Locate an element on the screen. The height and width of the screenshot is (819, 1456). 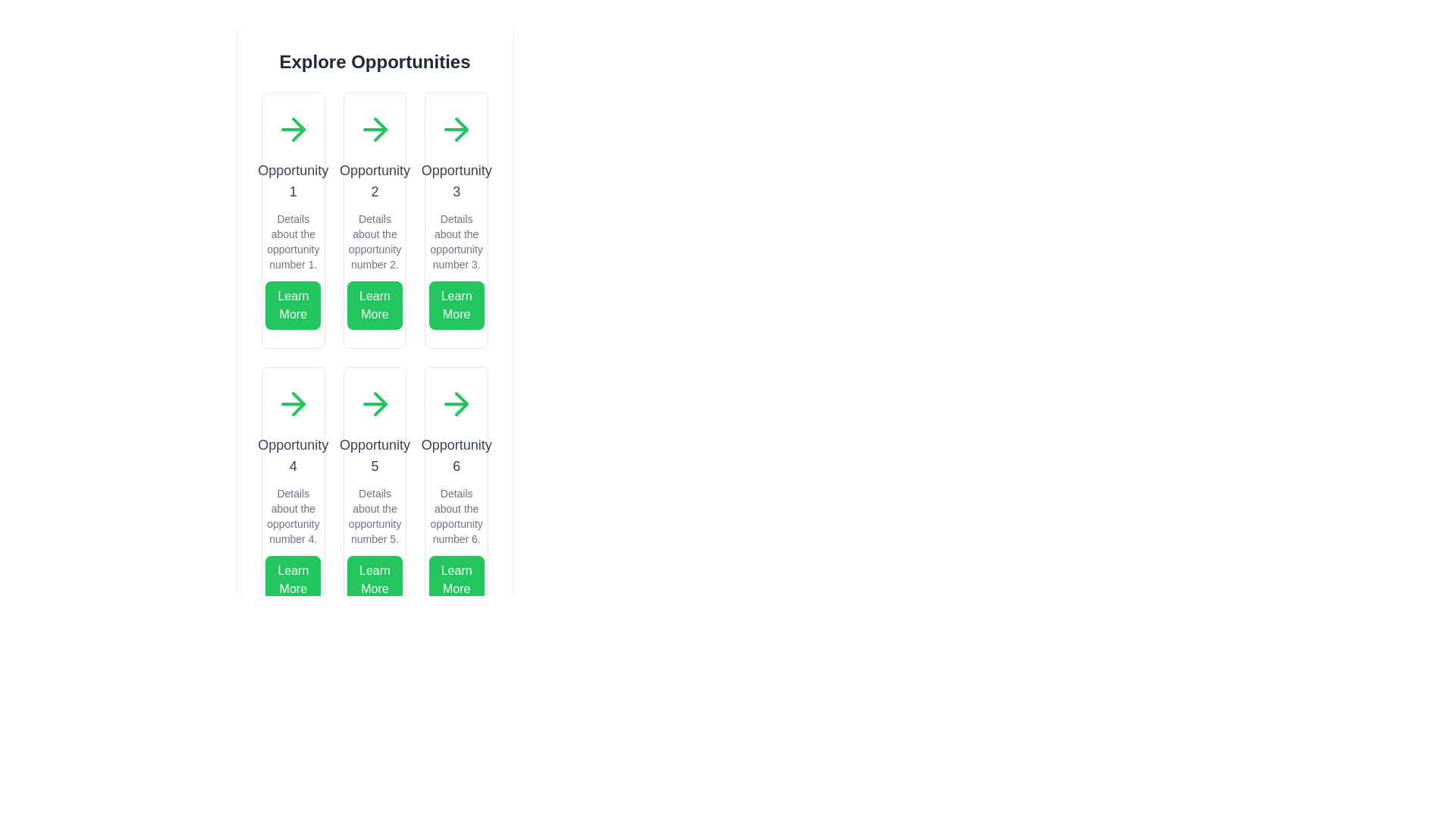
the static text header that serves as the title for the section indicating content focus on exploring available opportunities is located at coordinates (375, 61).